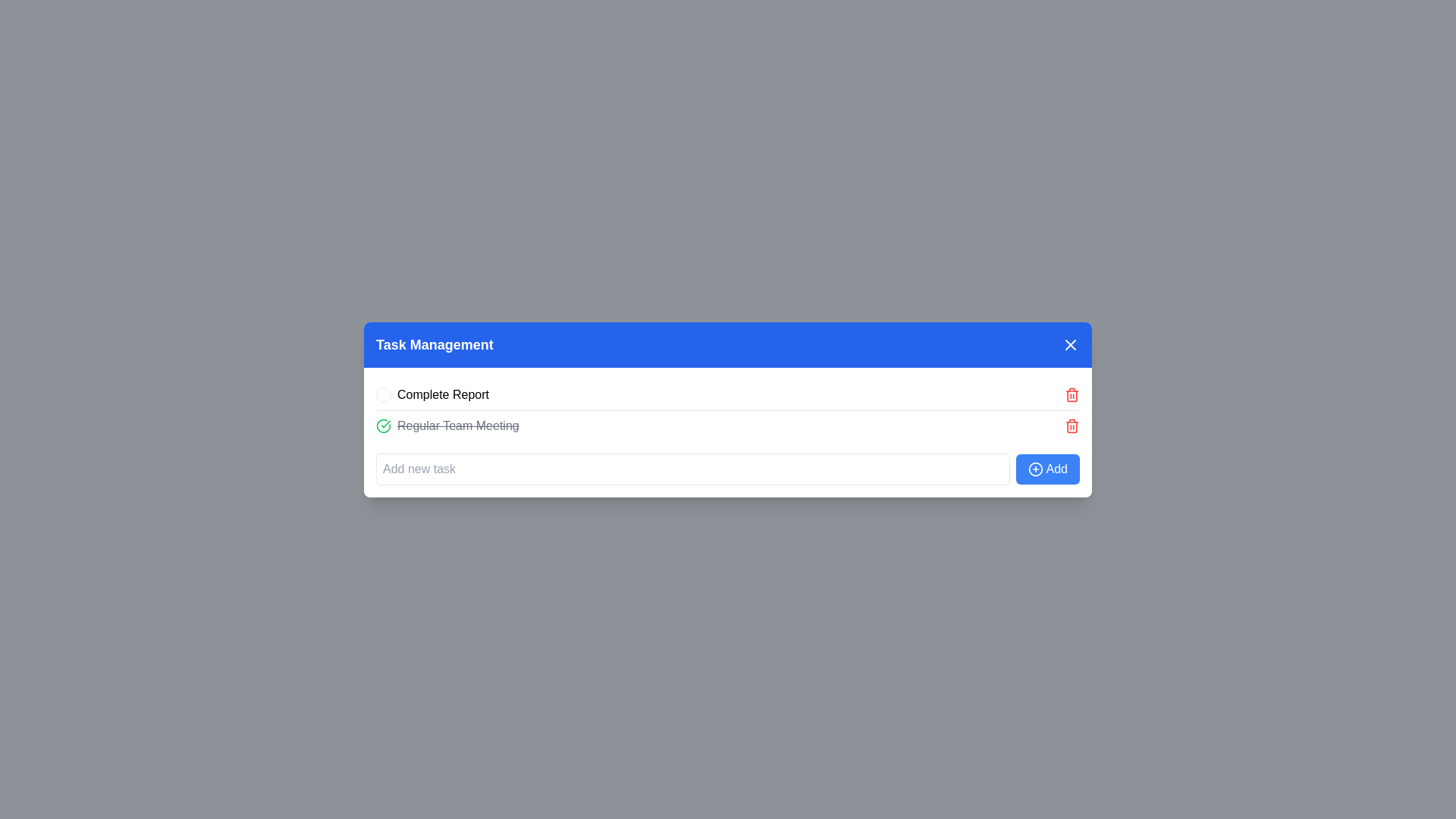 The width and height of the screenshot is (1456, 819). I want to click on the green circular checkmark icon located to the left of the text 'Regular Team Meeting' in the task list, which indicates a completed state, so click(383, 425).